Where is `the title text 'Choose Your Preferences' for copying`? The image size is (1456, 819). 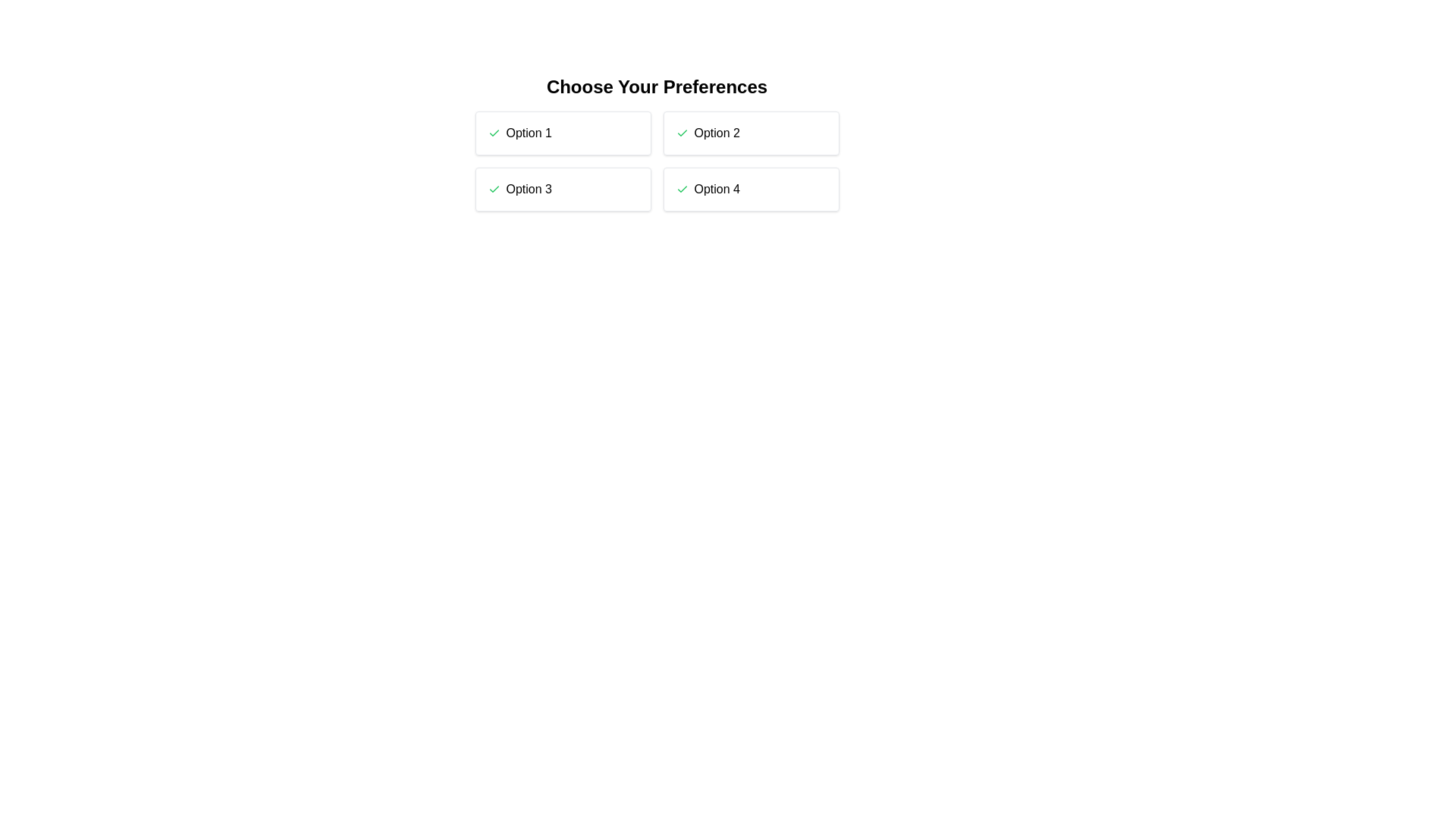 the title text 'Choose Your Preferences' for copying is located at coordinates (657, 87).